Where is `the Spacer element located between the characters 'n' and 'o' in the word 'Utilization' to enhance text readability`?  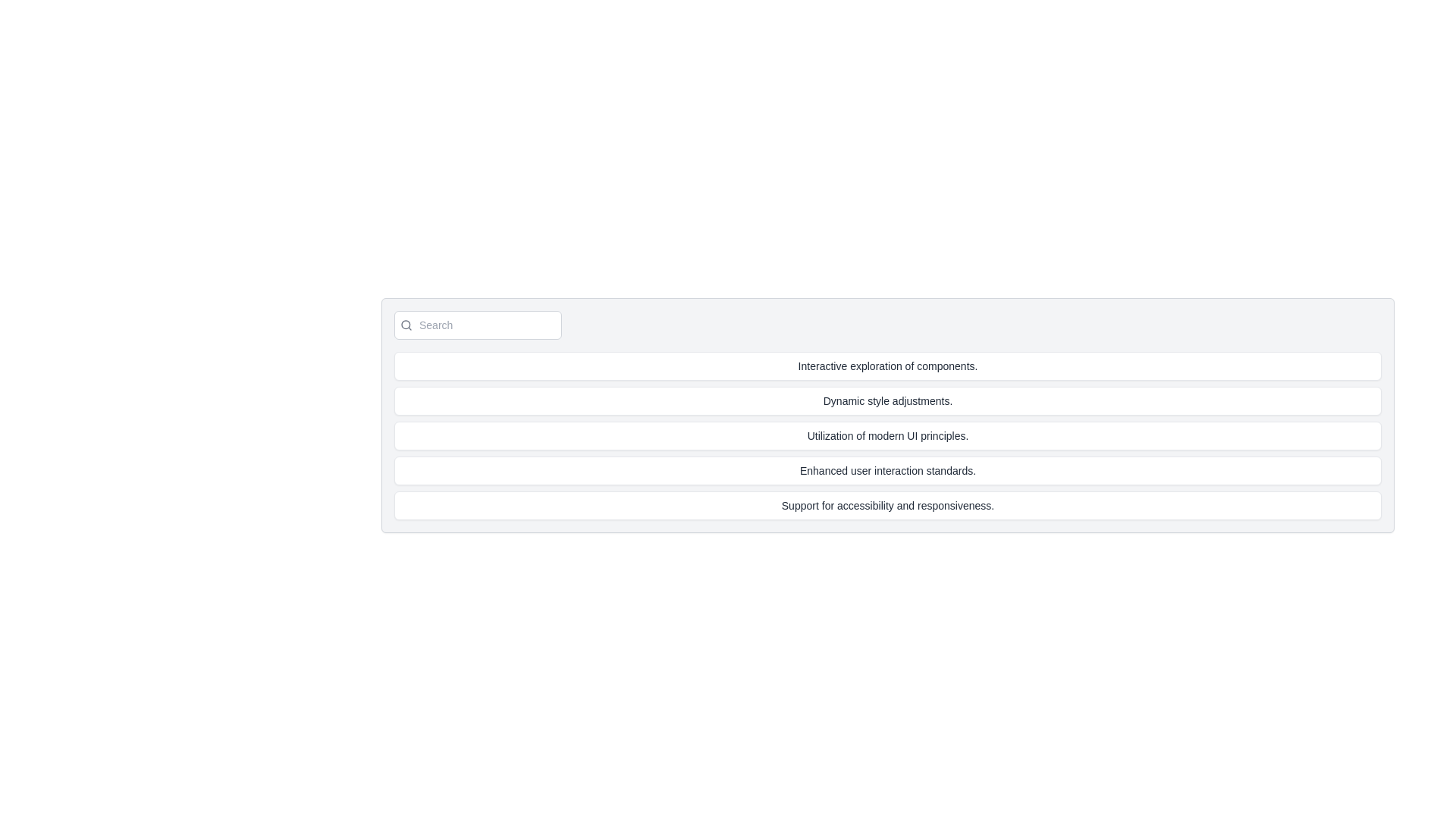
the Spacer element located between the characters 'n' and 'o' in the word 'Utilization' to enhance text readability is located at coordinates (855, 435).